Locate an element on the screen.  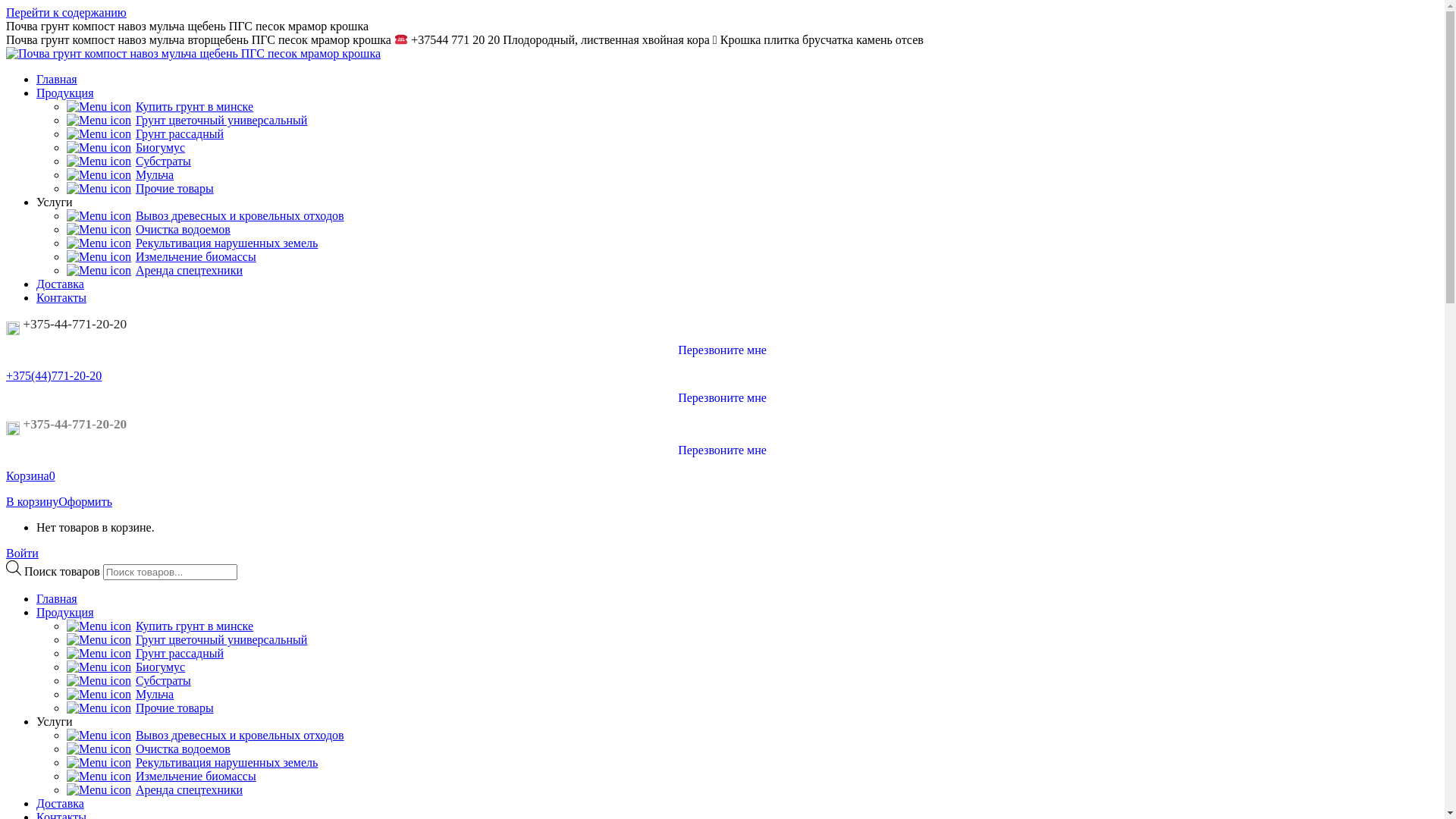
'+375(44)771-20-20' is located at coordinates (54, 375).